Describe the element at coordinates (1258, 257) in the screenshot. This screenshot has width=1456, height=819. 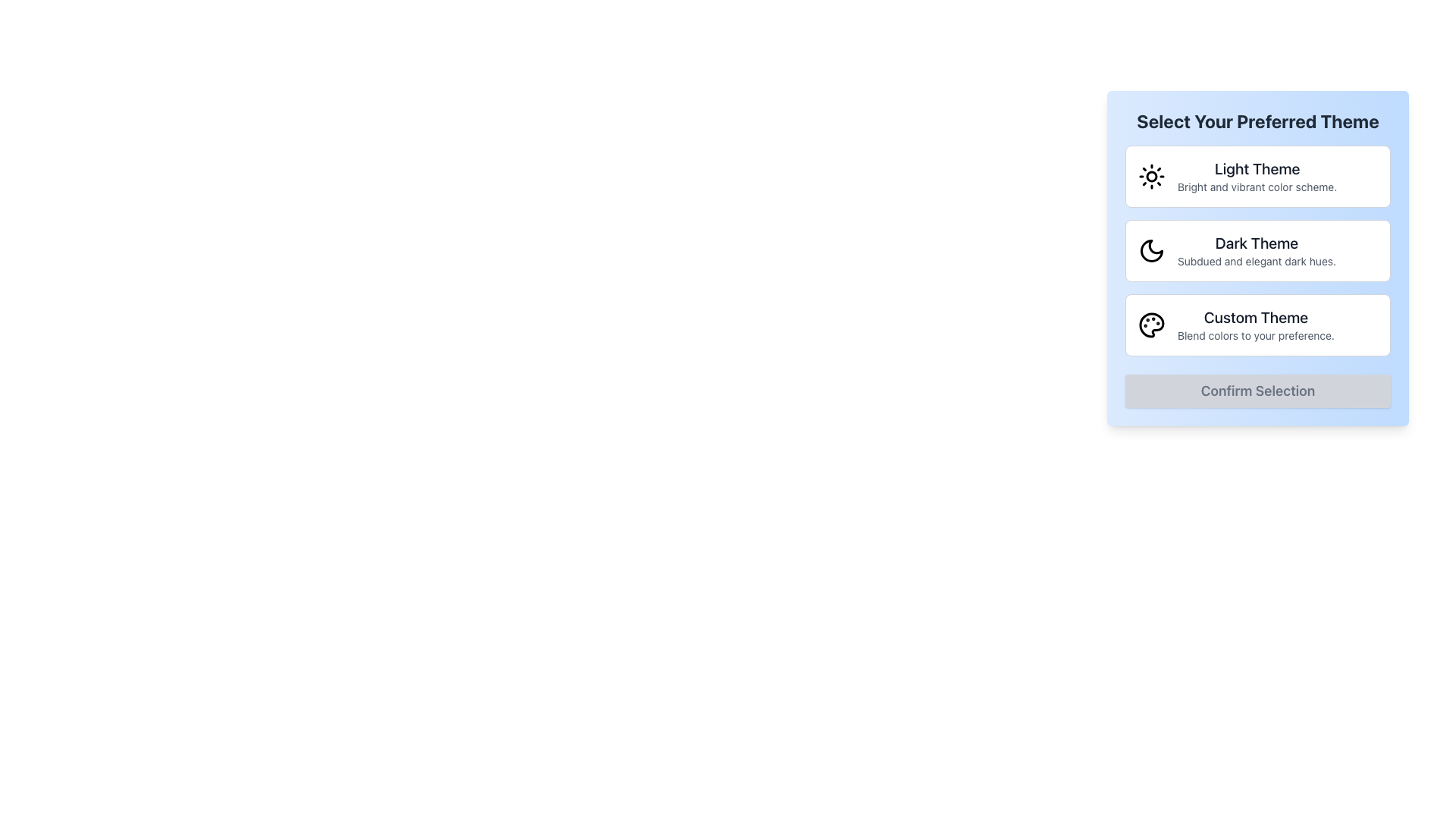
I see `a theme row in the selectable card group` at that location.